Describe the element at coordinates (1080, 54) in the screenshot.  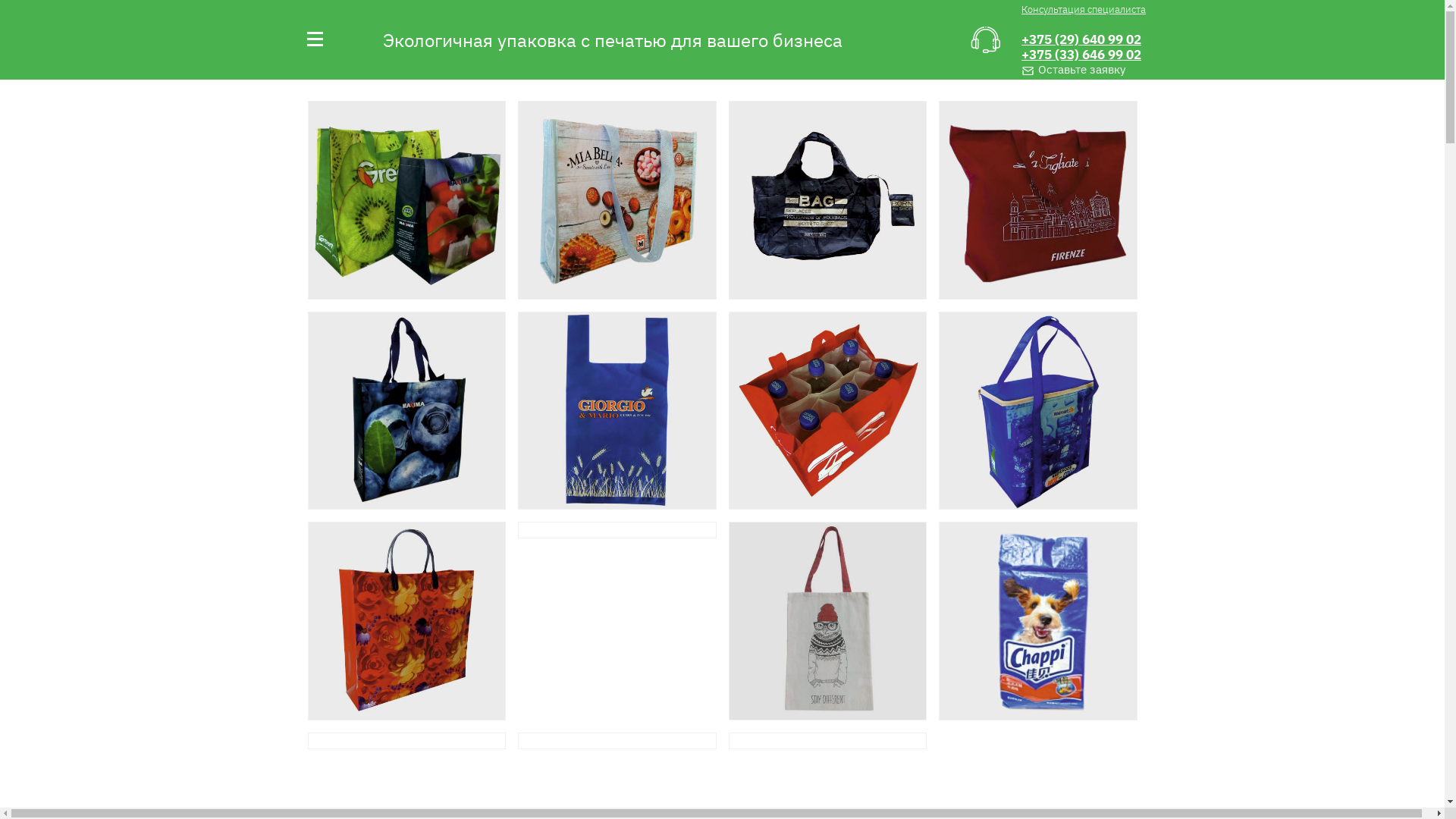
I see `'+375 (33) 646 99 02'` at that location.